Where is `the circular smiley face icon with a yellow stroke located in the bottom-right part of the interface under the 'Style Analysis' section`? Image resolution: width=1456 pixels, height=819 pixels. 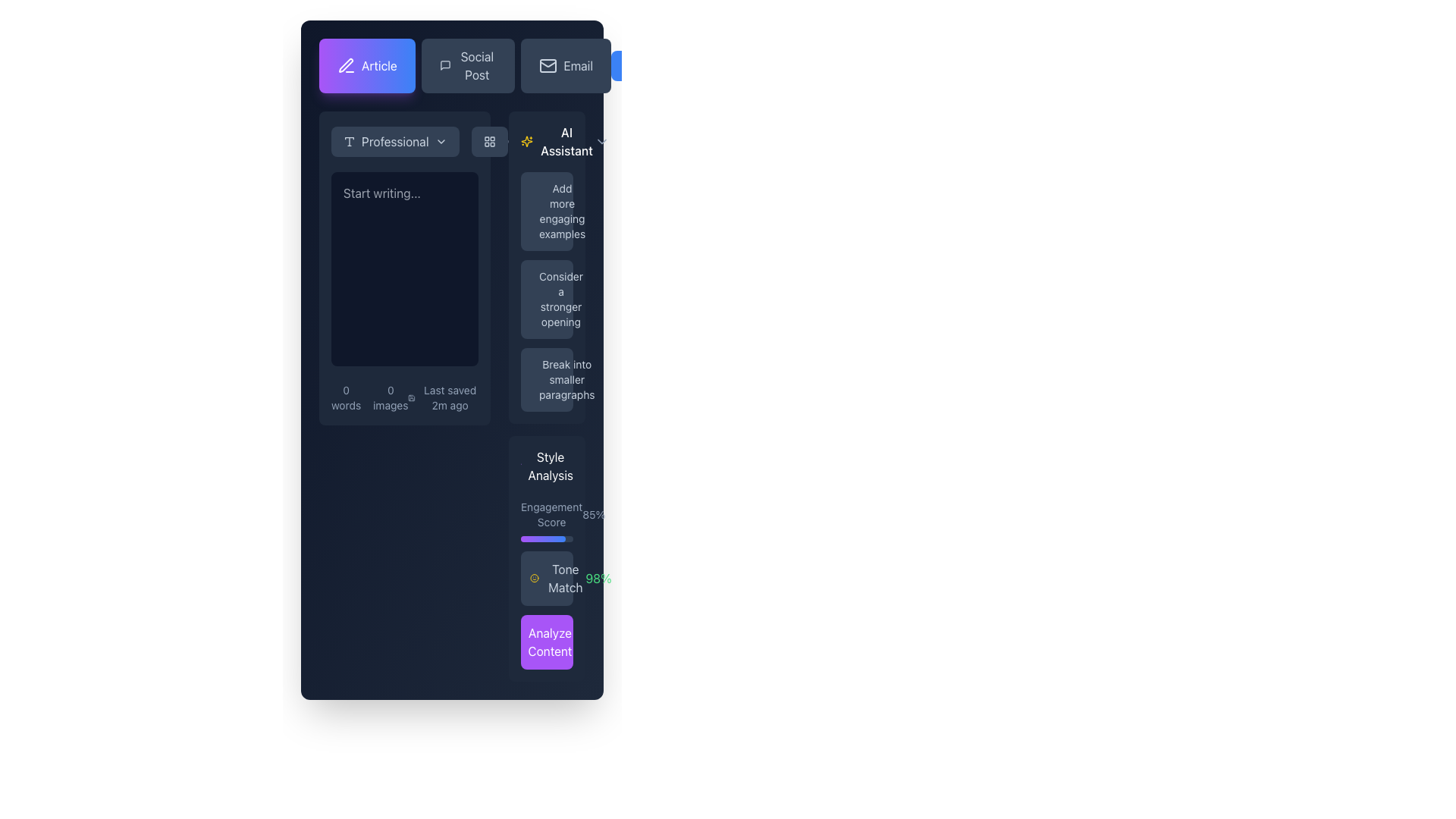
the circular smiley face icon with a yellow stroke located in the bottom-right part of the interface under the 'Style Analysis' section is located at coordinates (535, 579).